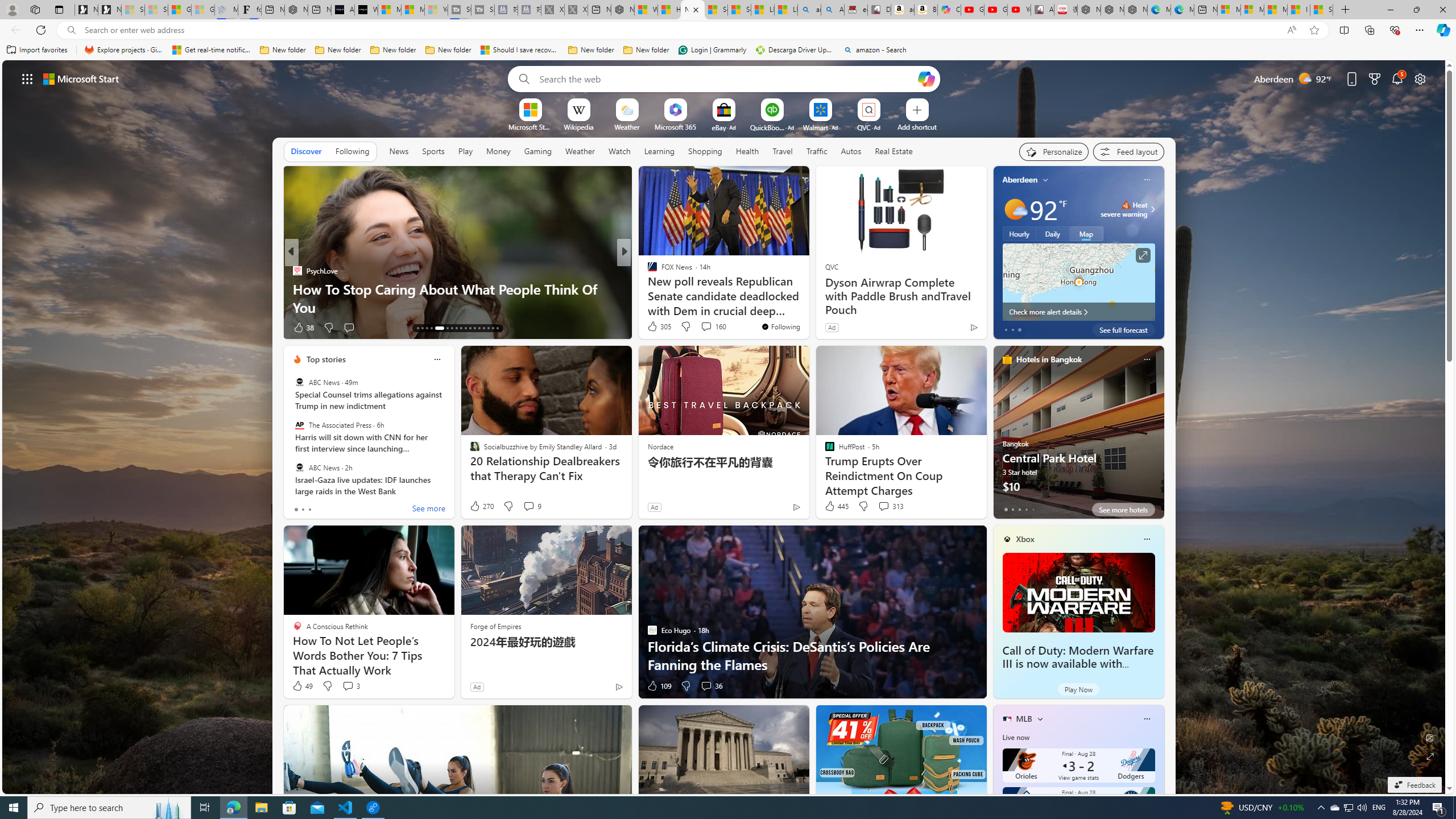  Describe the element at coordinates (1124, 209) in the screenshot. I see `'Heat - Severe Heat severe warning'` at that location.